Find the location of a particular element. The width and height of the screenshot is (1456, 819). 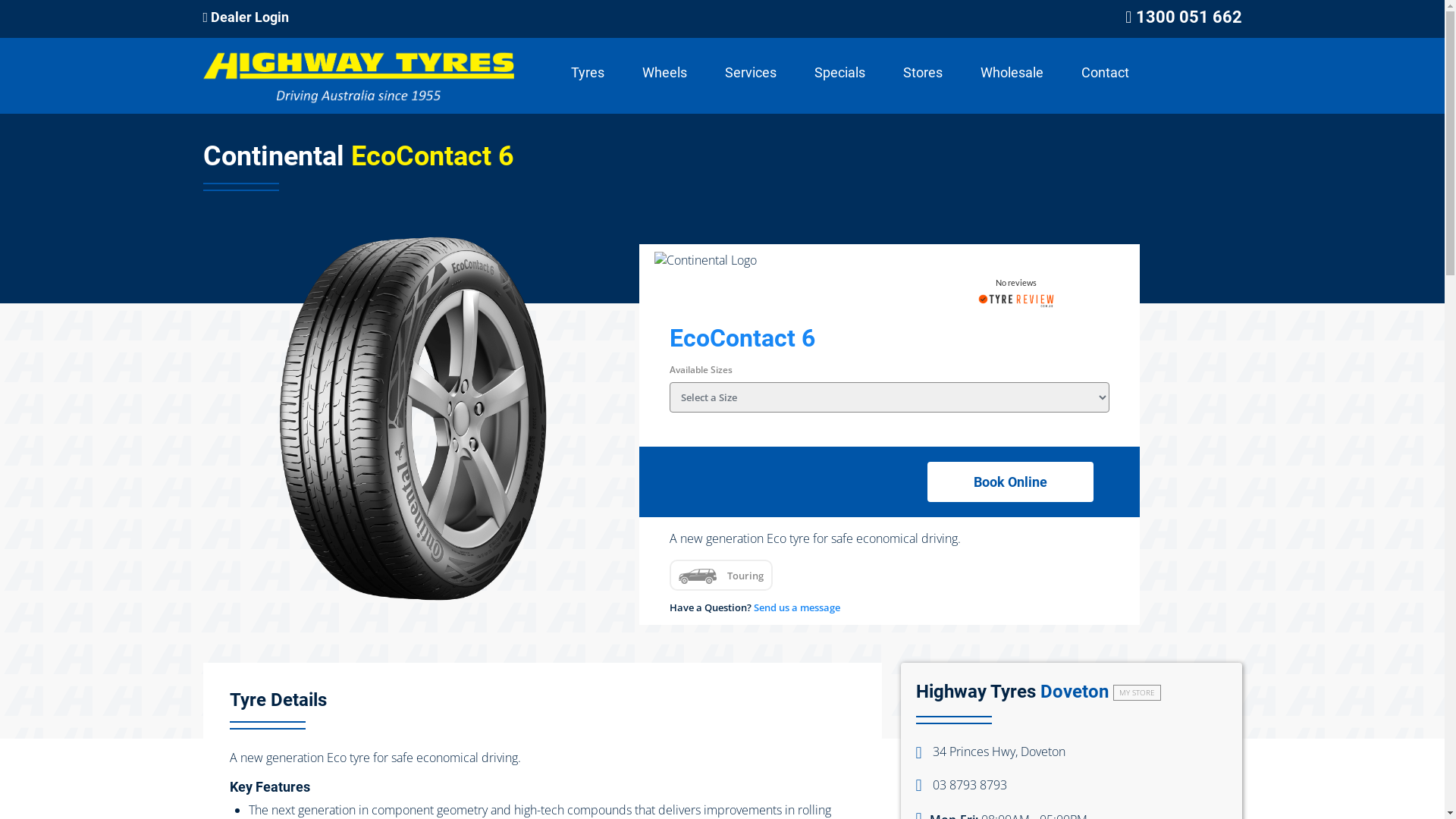

'1300 051 662' is located at coordinates (1188, 17).